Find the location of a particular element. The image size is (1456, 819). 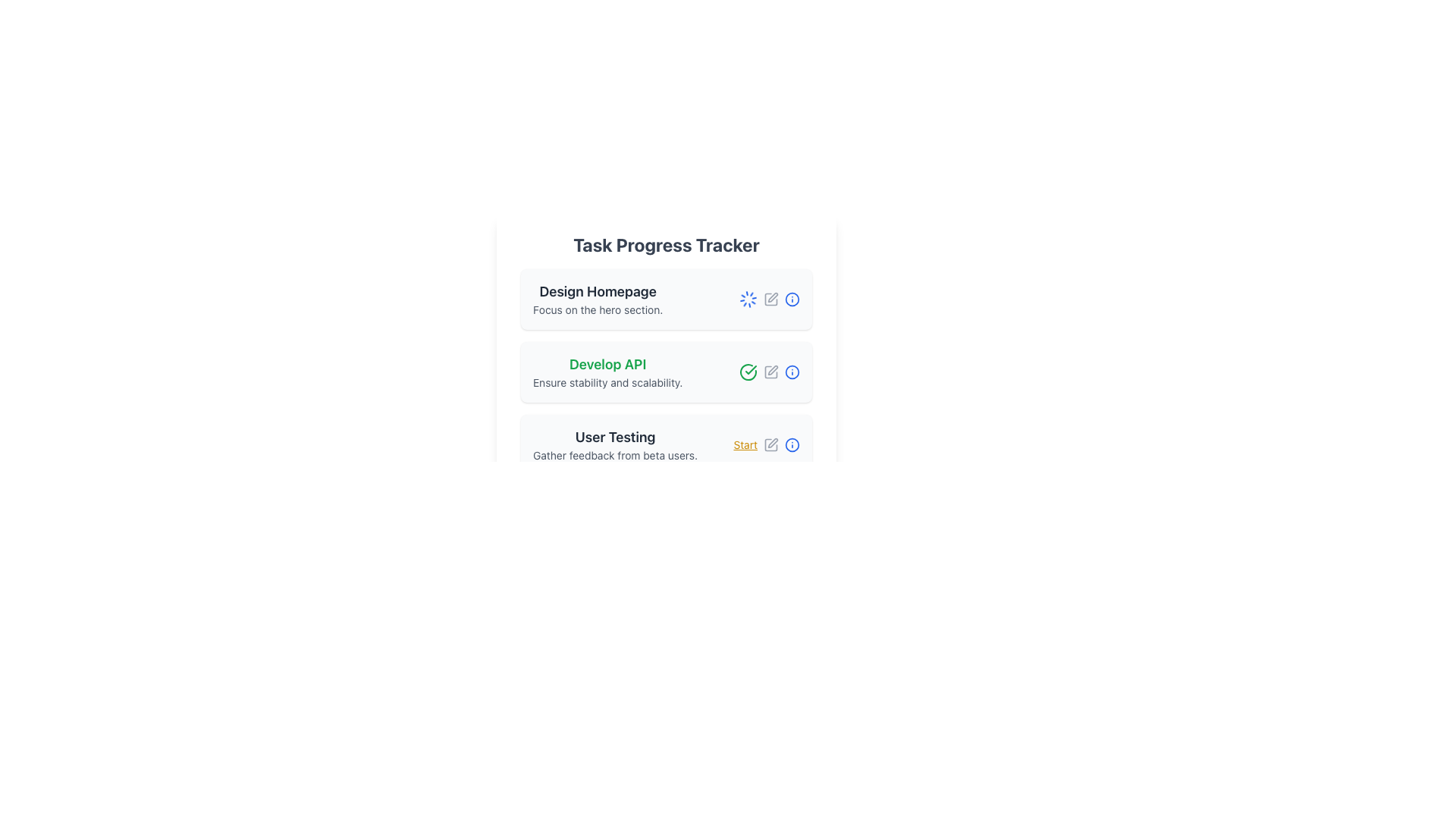

the static text block displaying the task name 'Develop API' and its description 'Ensure stability and scalability.' is located at coordinates (607, 372).